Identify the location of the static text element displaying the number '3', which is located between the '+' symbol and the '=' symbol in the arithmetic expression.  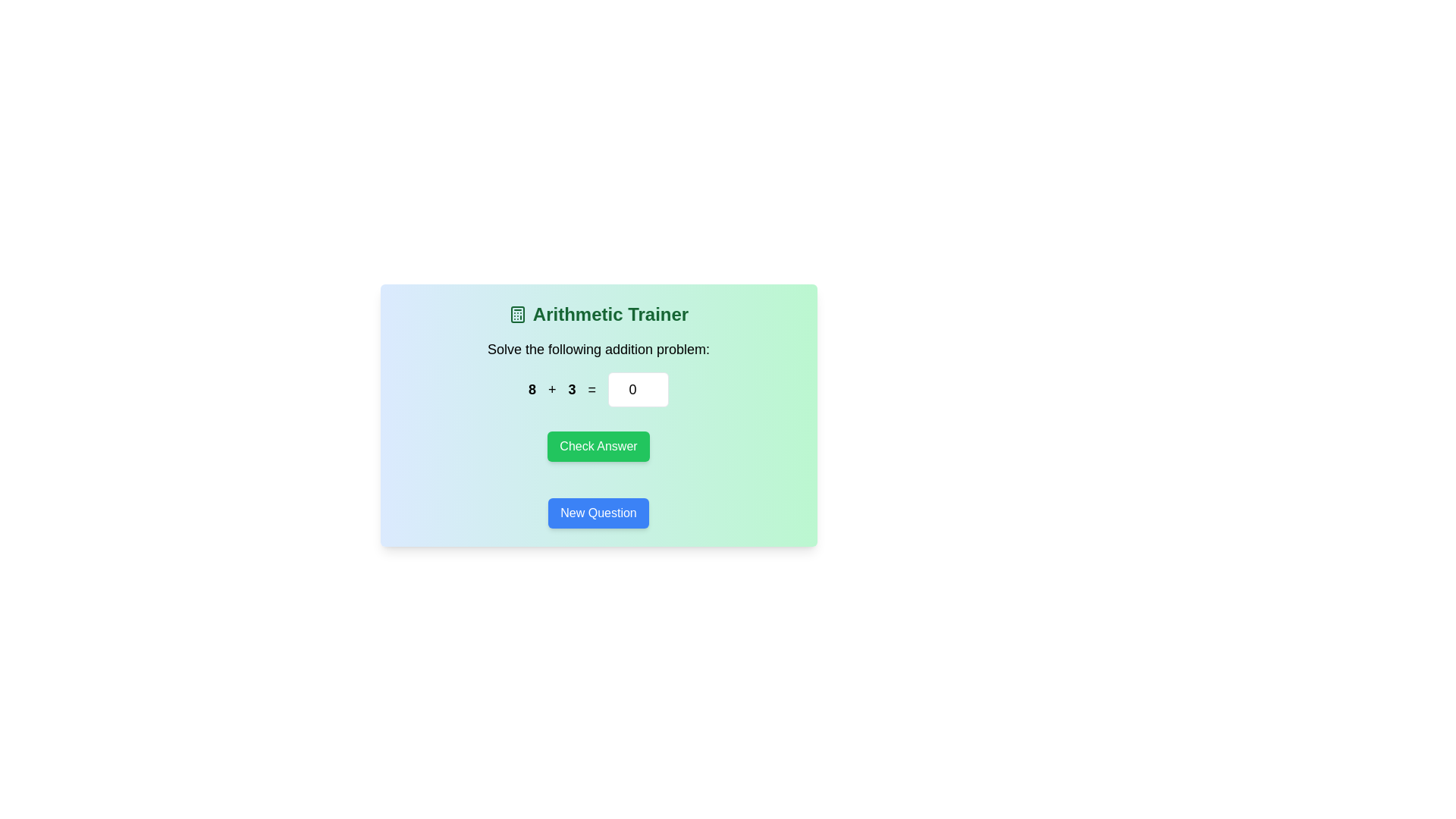
(571, 388).